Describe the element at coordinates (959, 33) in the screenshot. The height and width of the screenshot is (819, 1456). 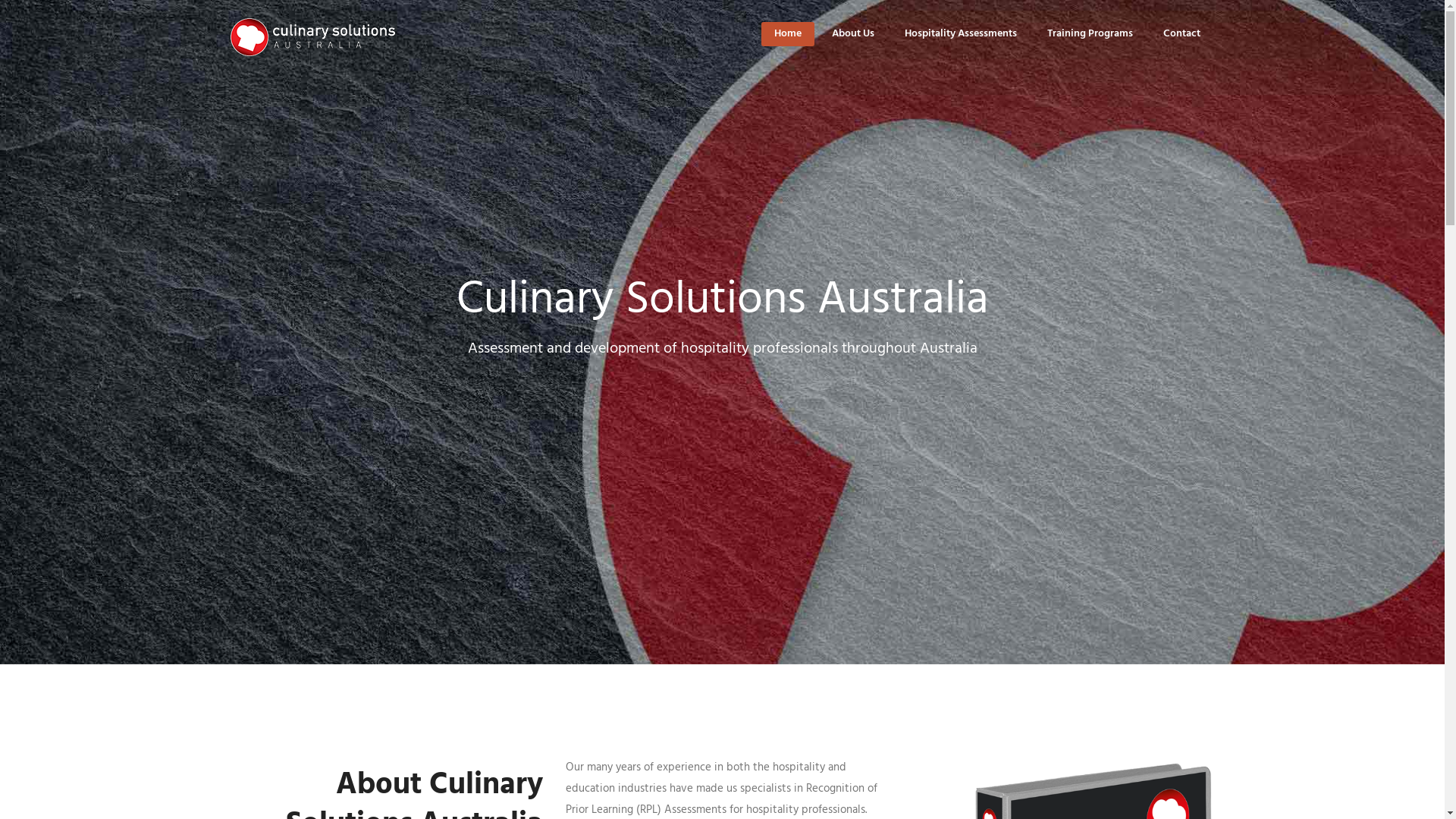
I see `'Hospitality Assessments'` at that location.